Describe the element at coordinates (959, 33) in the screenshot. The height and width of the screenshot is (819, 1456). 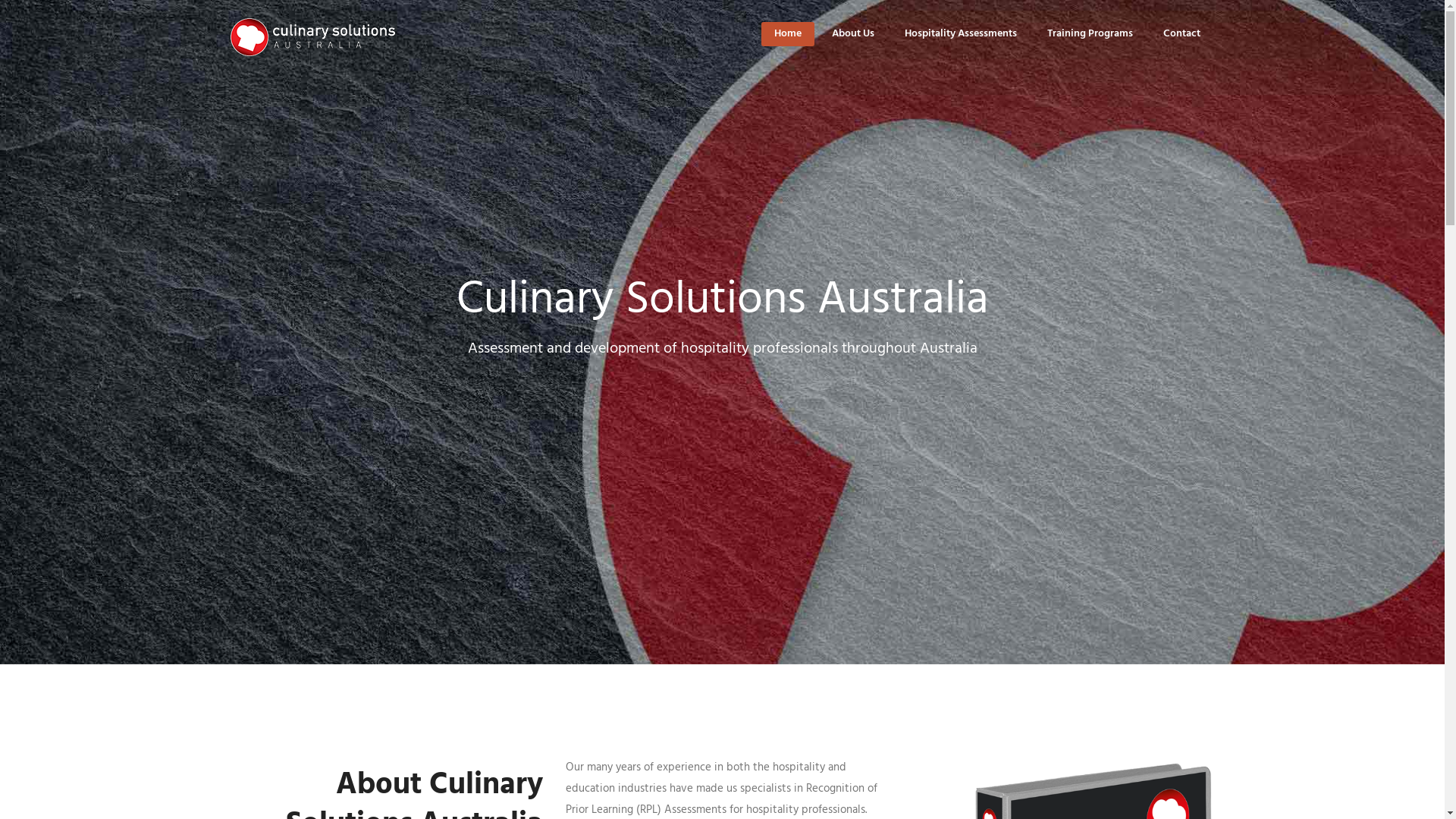
I see `'Hospitality Assessments'` at that location.